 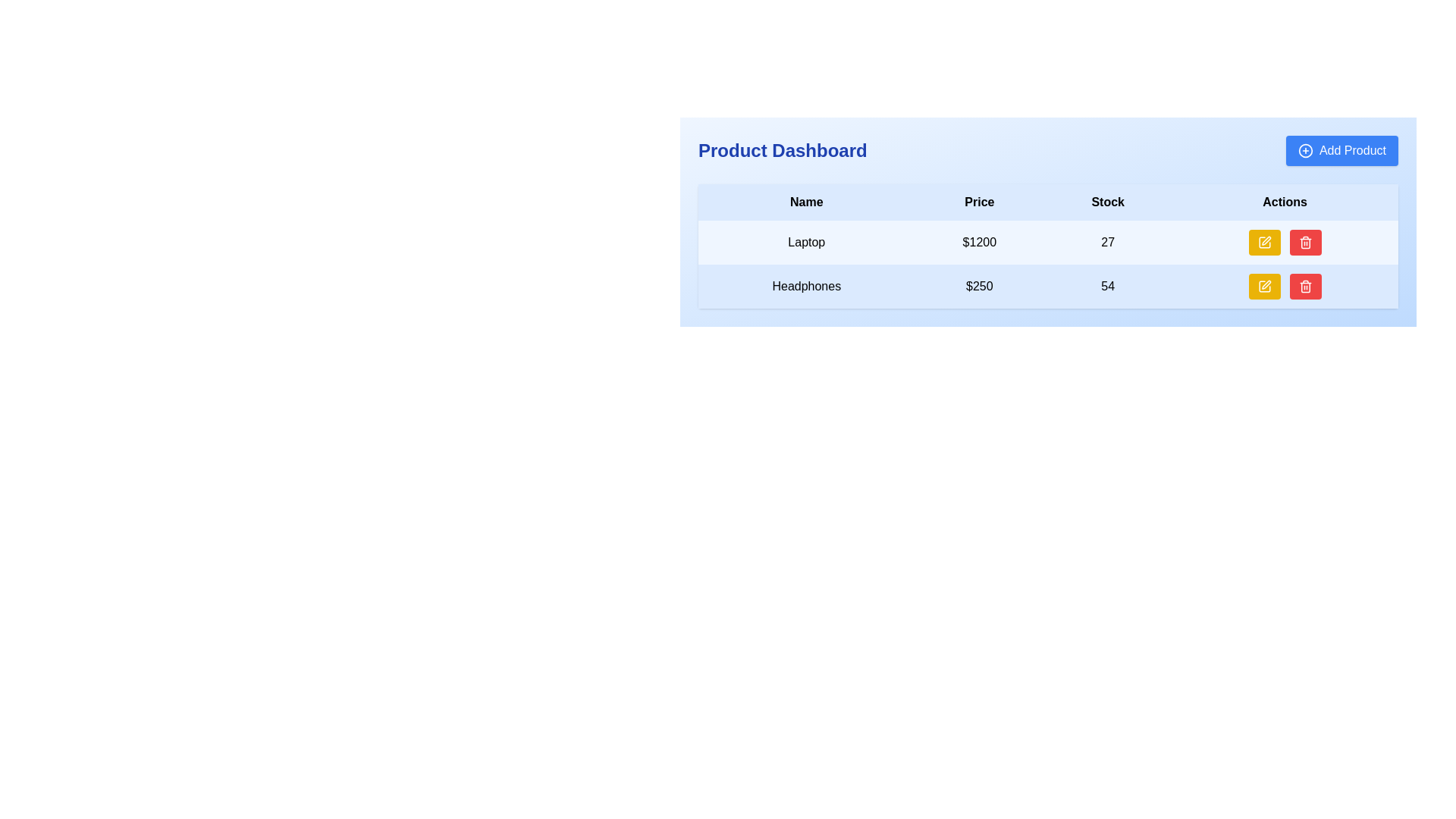 I want to click on the delete icon button for the 'Headphones' product, so click(x=1304, y=242).